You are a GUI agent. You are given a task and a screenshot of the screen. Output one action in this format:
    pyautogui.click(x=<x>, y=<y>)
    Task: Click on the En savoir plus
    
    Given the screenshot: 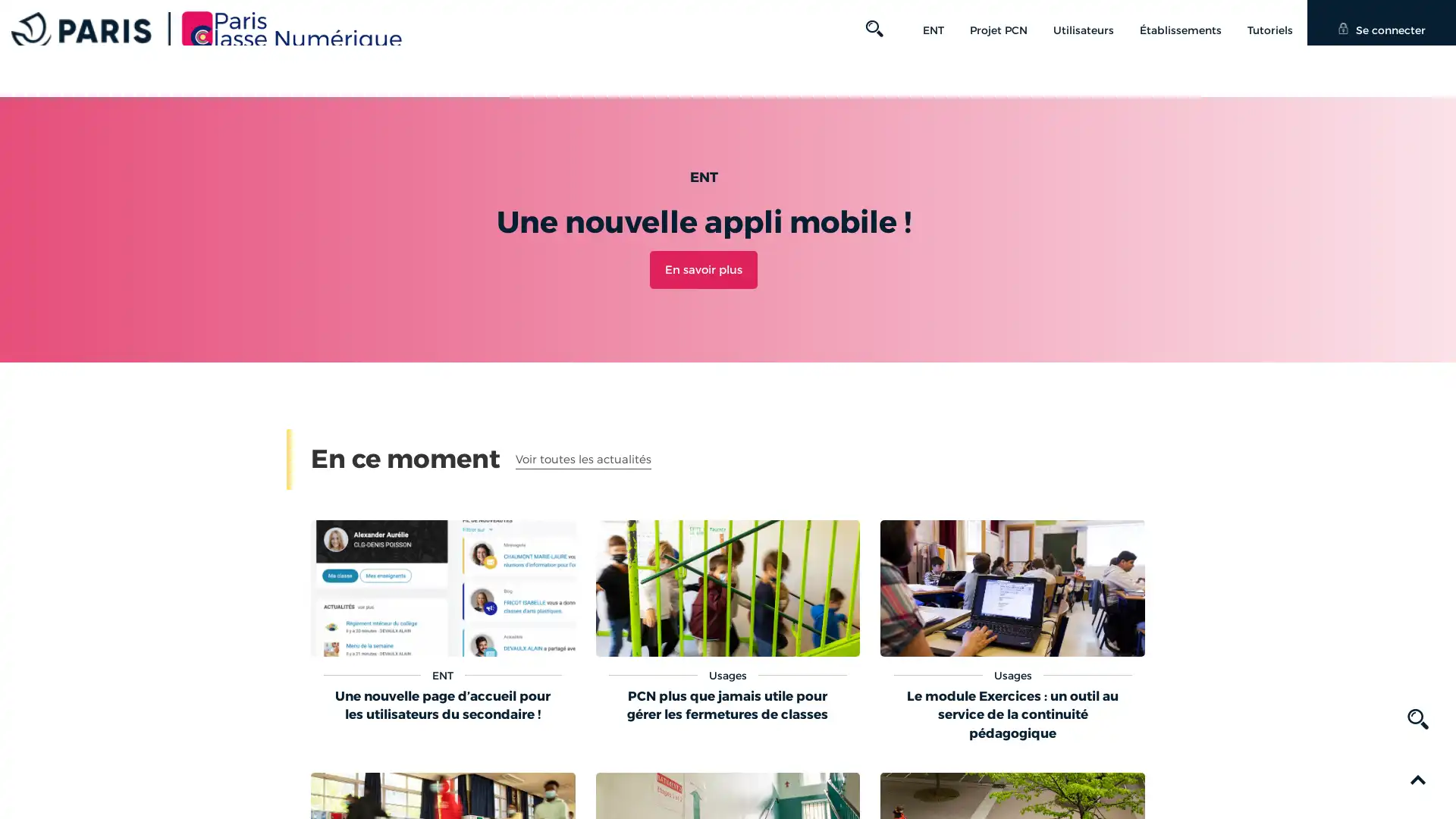 What is the action you would take?
    pyautogui.click(x=702, y=268)
    